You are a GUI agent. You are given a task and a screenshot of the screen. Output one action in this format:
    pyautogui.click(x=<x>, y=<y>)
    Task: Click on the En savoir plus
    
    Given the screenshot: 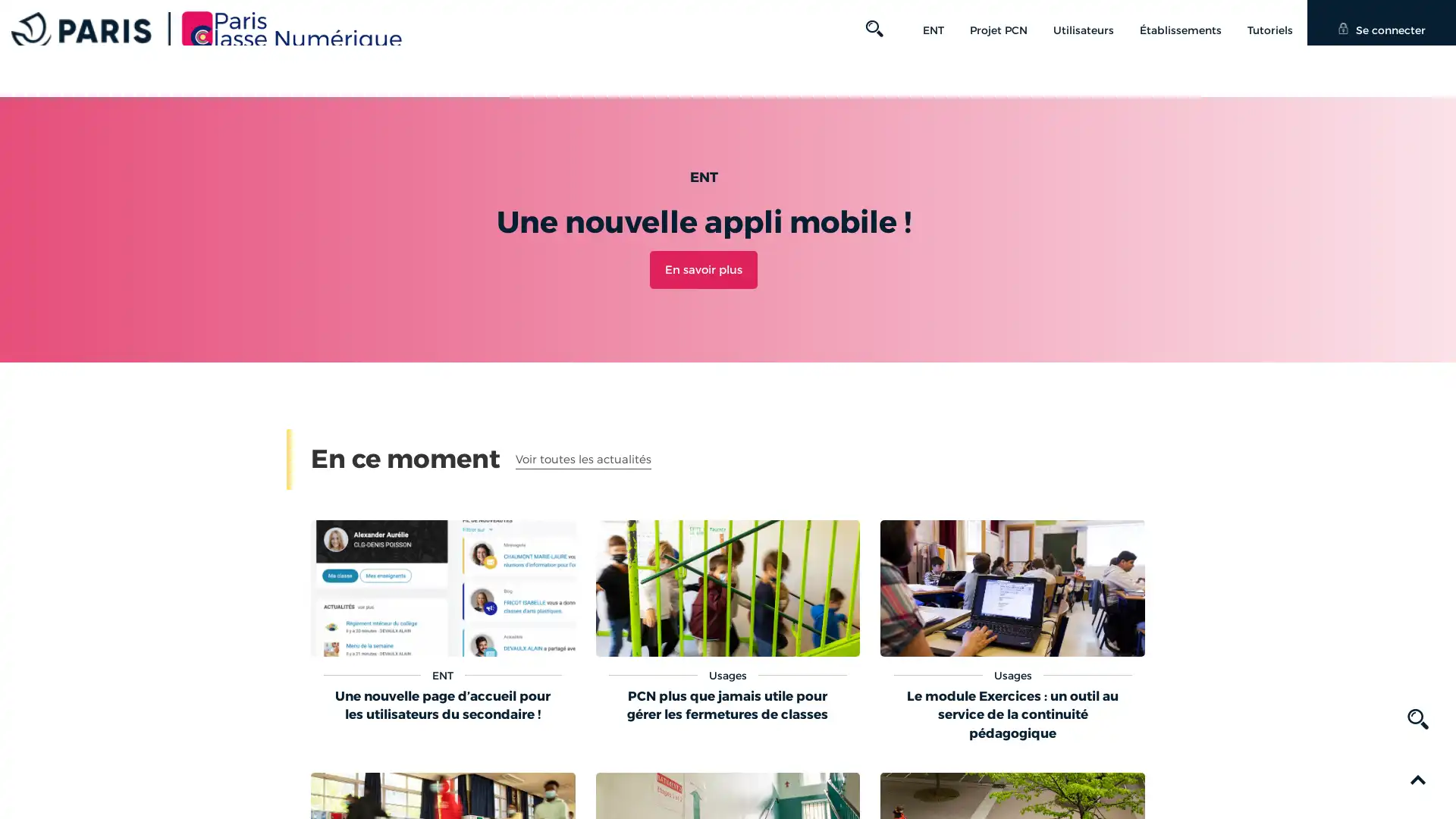 What is the action you would take?
    pyautogui.click(x=702, y=268)
    